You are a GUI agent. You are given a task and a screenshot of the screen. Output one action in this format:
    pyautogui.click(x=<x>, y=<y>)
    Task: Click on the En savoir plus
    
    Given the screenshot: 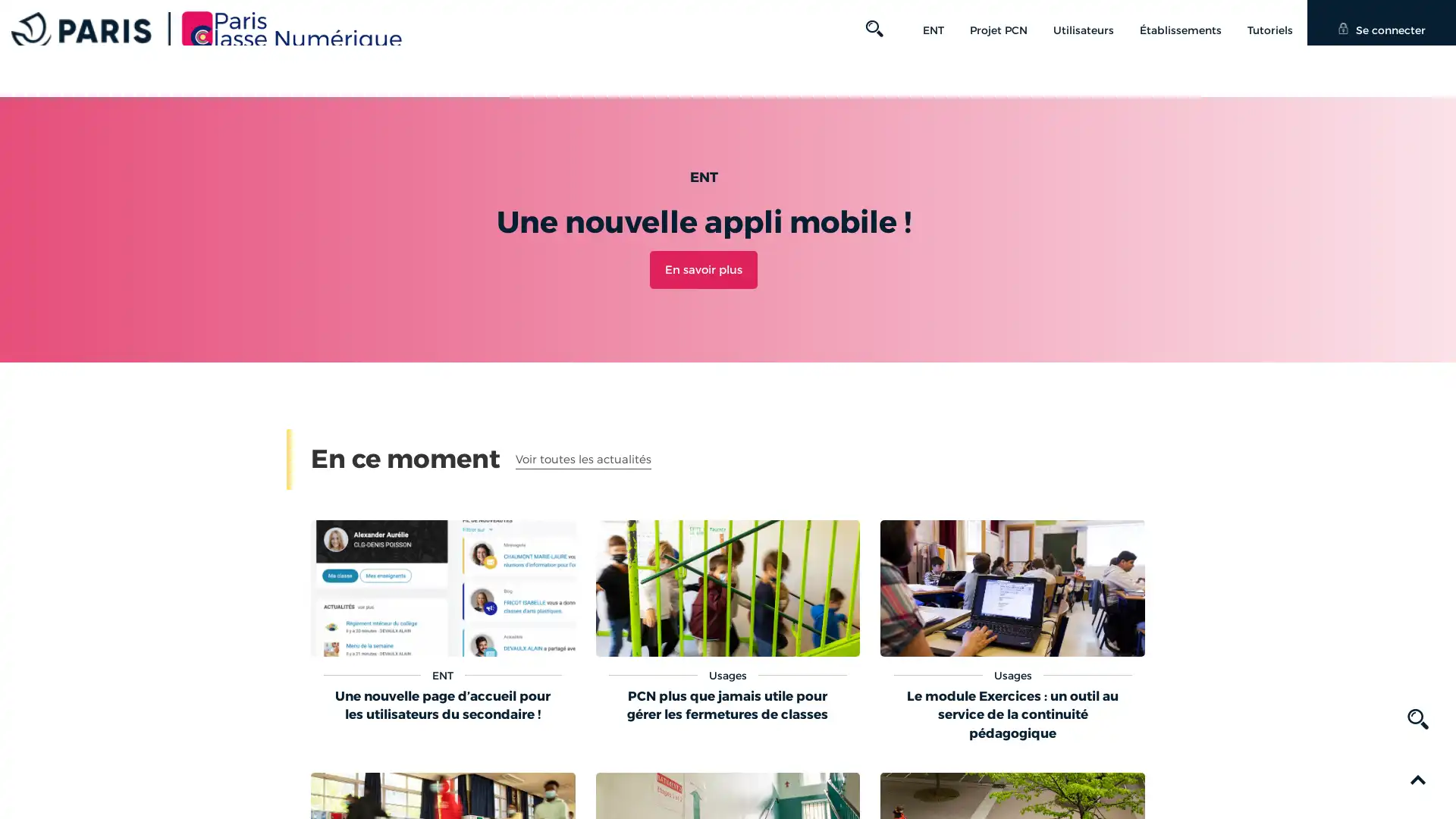 What is the action you would take?
    pyautogui.click(x=702, y=268)
    